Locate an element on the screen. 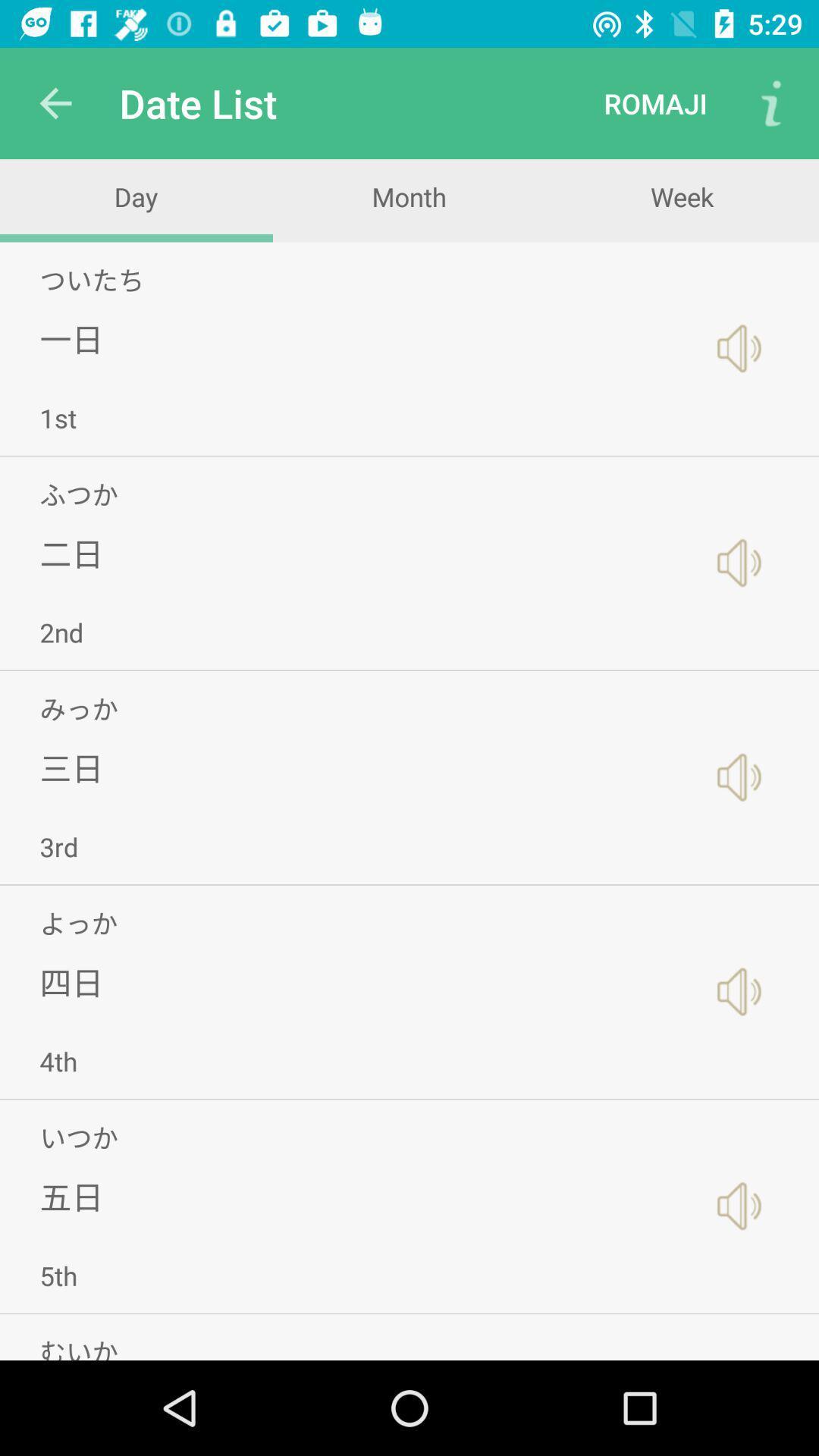 The height and width of the screenshot is (1456, 819). the icon above the day app is located at coordinates (55, 102).